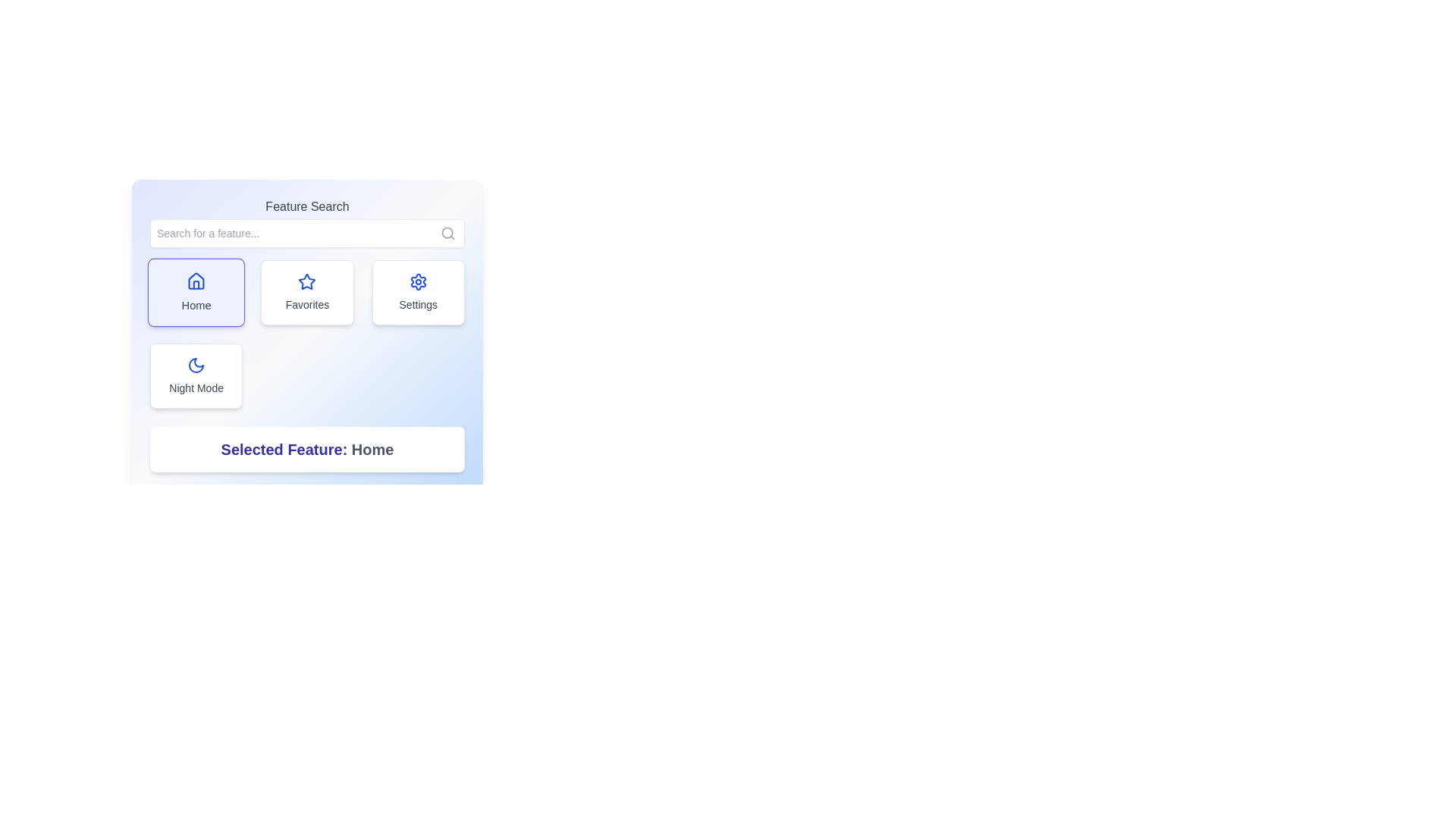 The image size is (1456, 819). I want to click on the 'Feature Search' label, which is a medium-weight gray text heading located at the top of the interface above the search input field, so click(306, 207).